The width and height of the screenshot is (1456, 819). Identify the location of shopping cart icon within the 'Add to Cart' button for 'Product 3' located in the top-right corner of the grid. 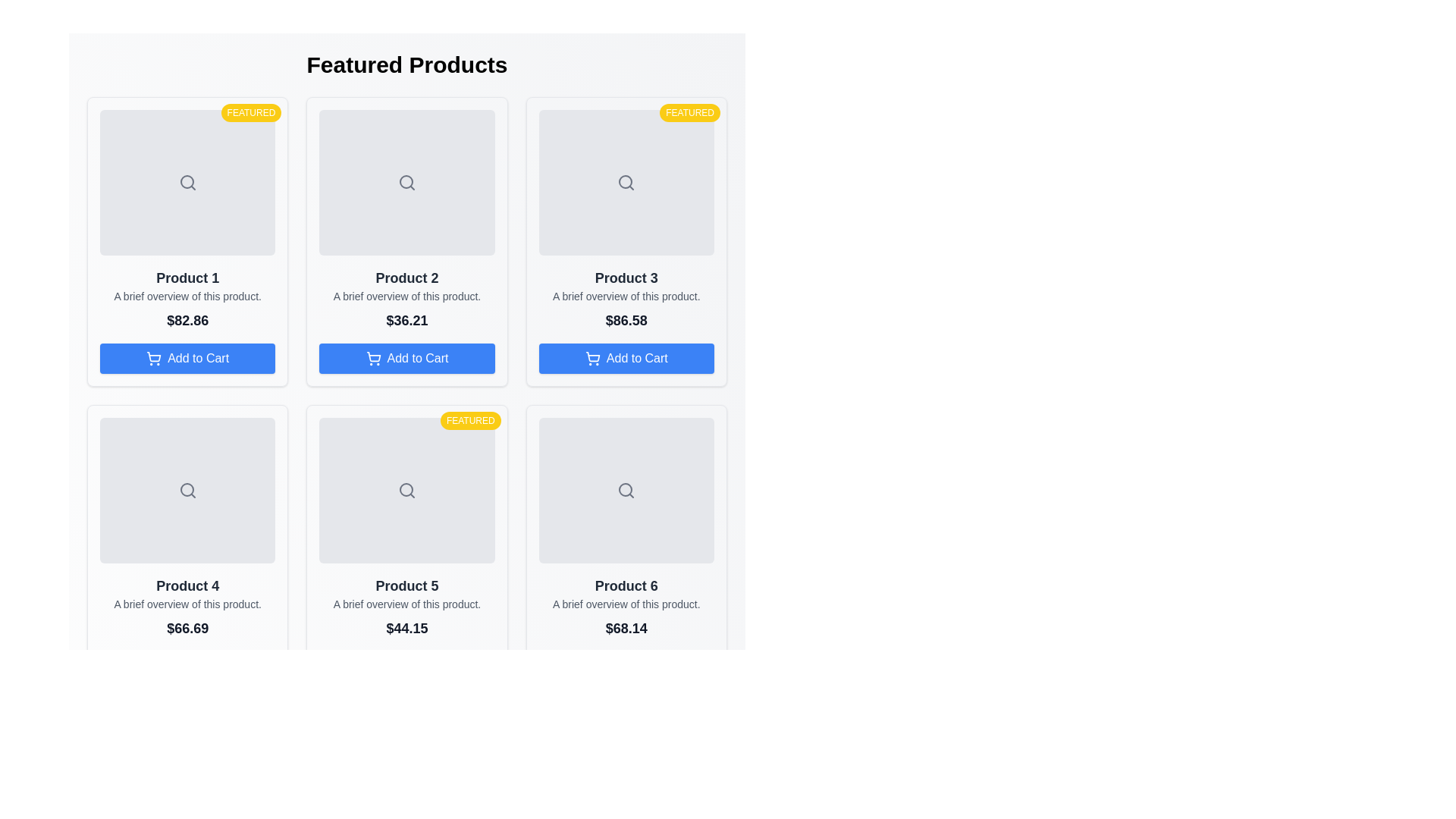
(591, 359).